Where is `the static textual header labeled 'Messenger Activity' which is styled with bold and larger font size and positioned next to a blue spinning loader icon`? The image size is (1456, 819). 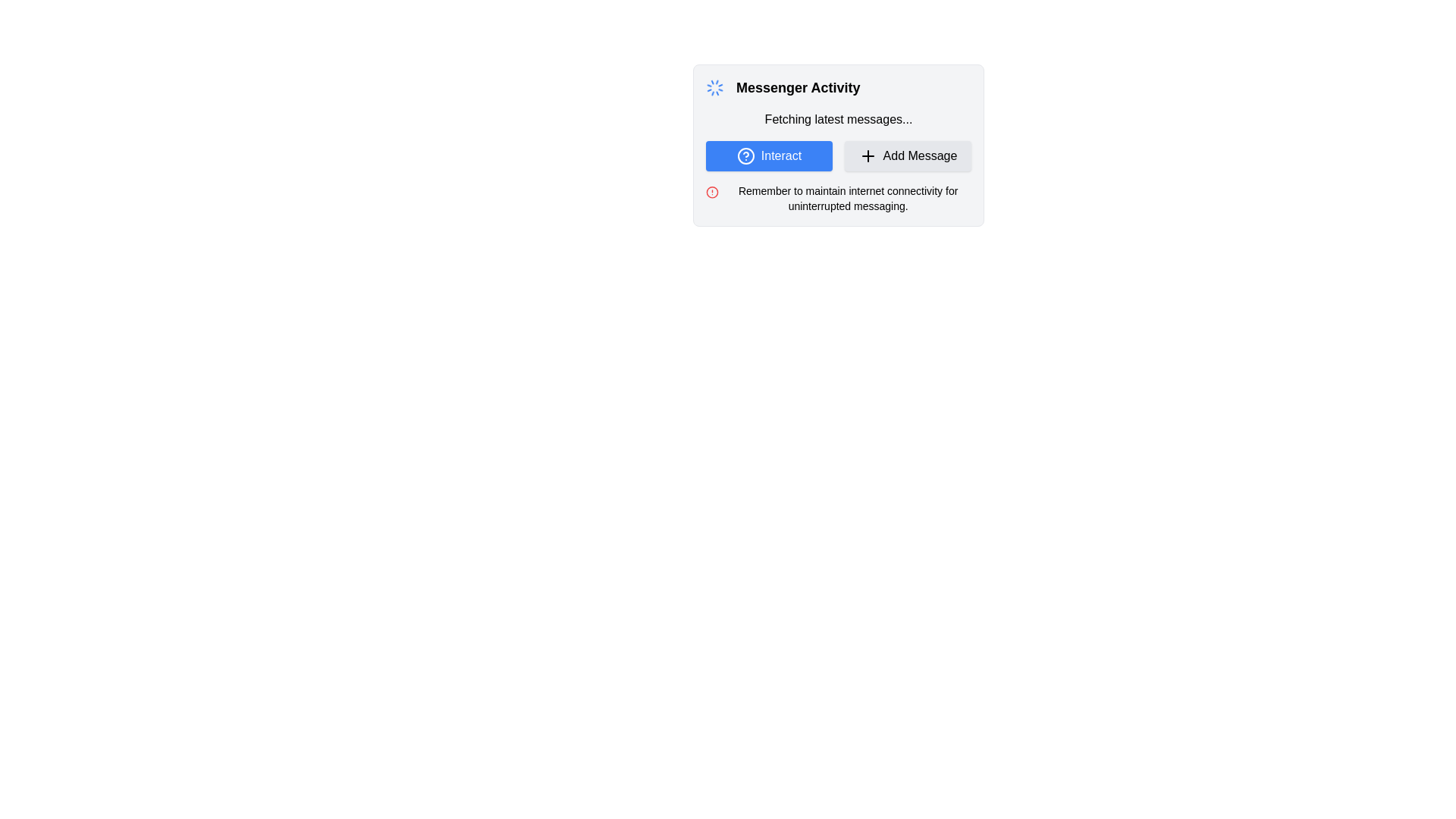
the static textual header labeled 'Messenger Activity' which is styled with bold and larger font size and positioned next to a blue spinning loader icon is located at coordinates (837, 87).